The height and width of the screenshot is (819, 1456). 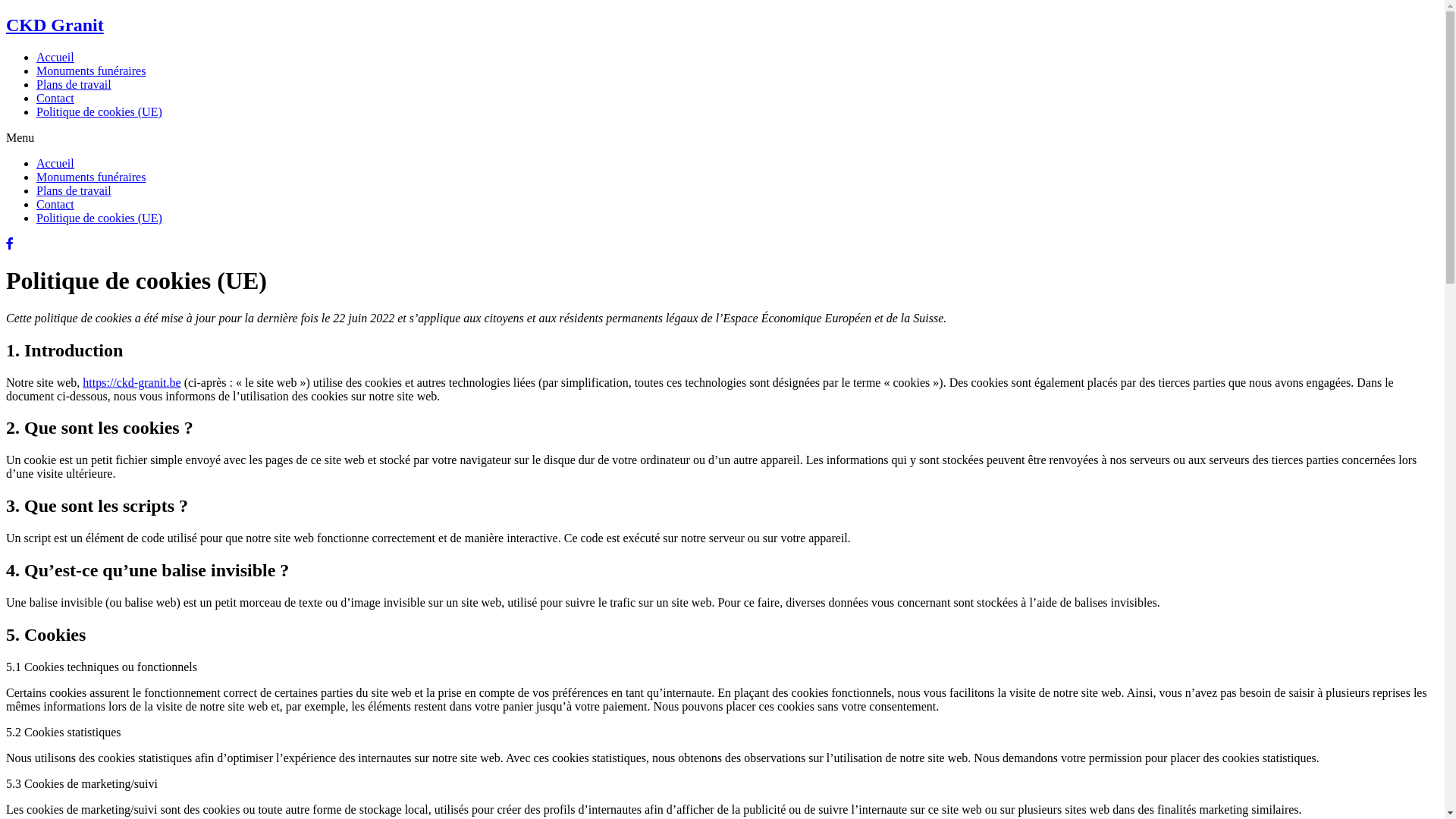 What do you see at coordinates (36, 56) in the screenshot?
I see `'Accueil'` at bounding box center [36, 56].